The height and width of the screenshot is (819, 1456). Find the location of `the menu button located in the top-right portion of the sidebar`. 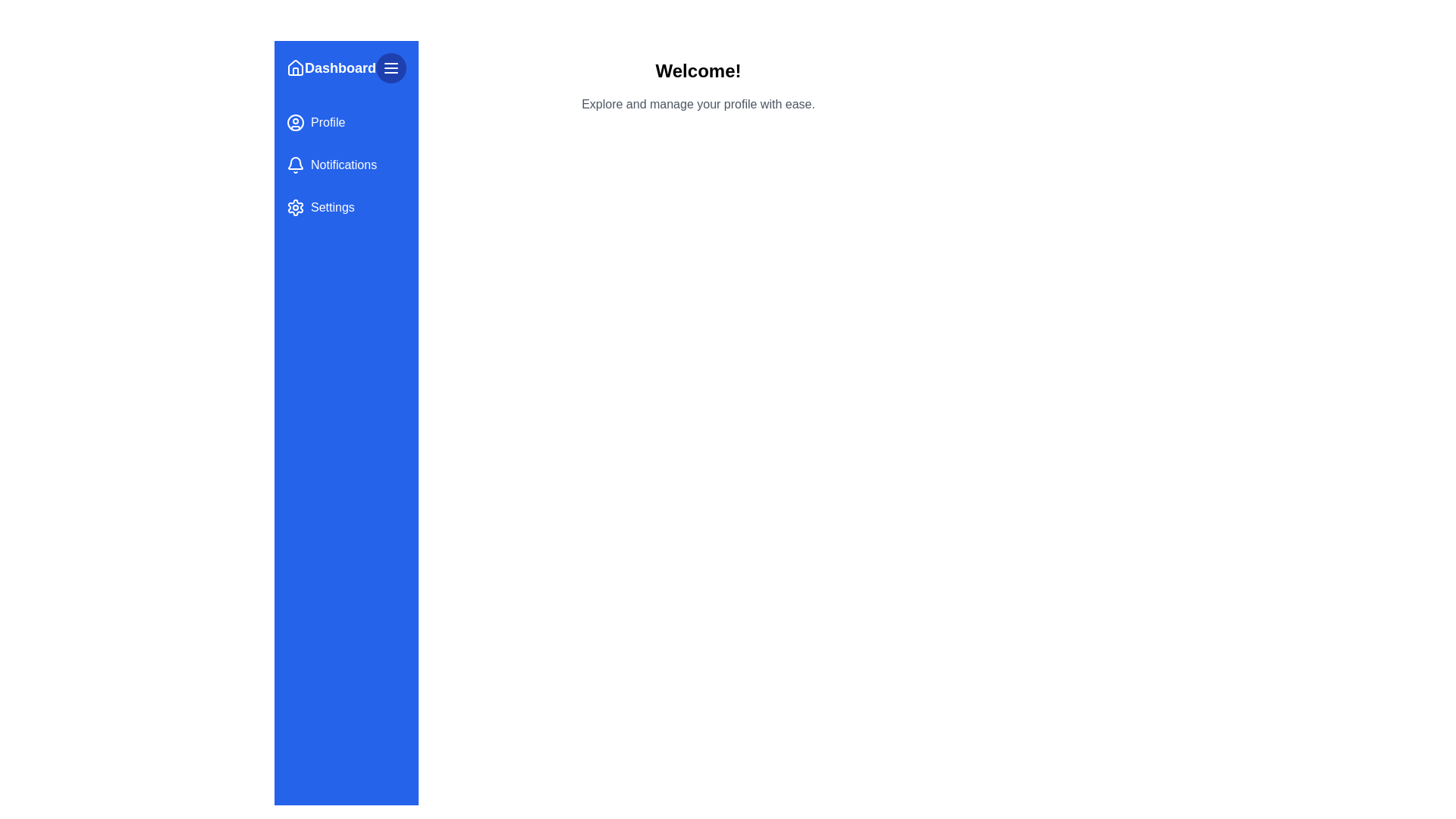

the menu button located in the top-right portion of the sidebar is located at coordinates (391, 67).